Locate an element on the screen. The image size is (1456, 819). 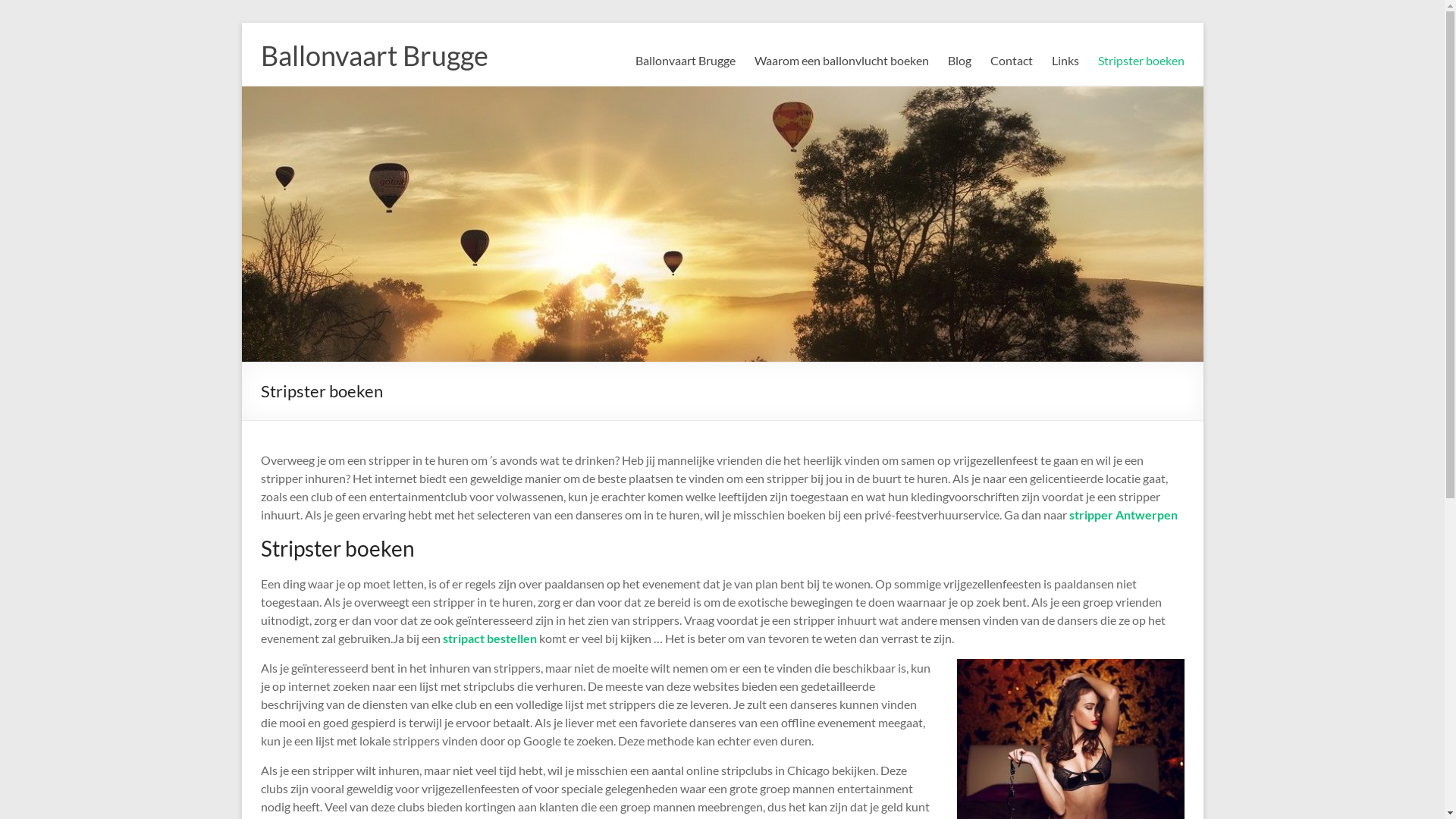
'Waarom een ballonvlucht boeken' is located at coordinates (839, 60).